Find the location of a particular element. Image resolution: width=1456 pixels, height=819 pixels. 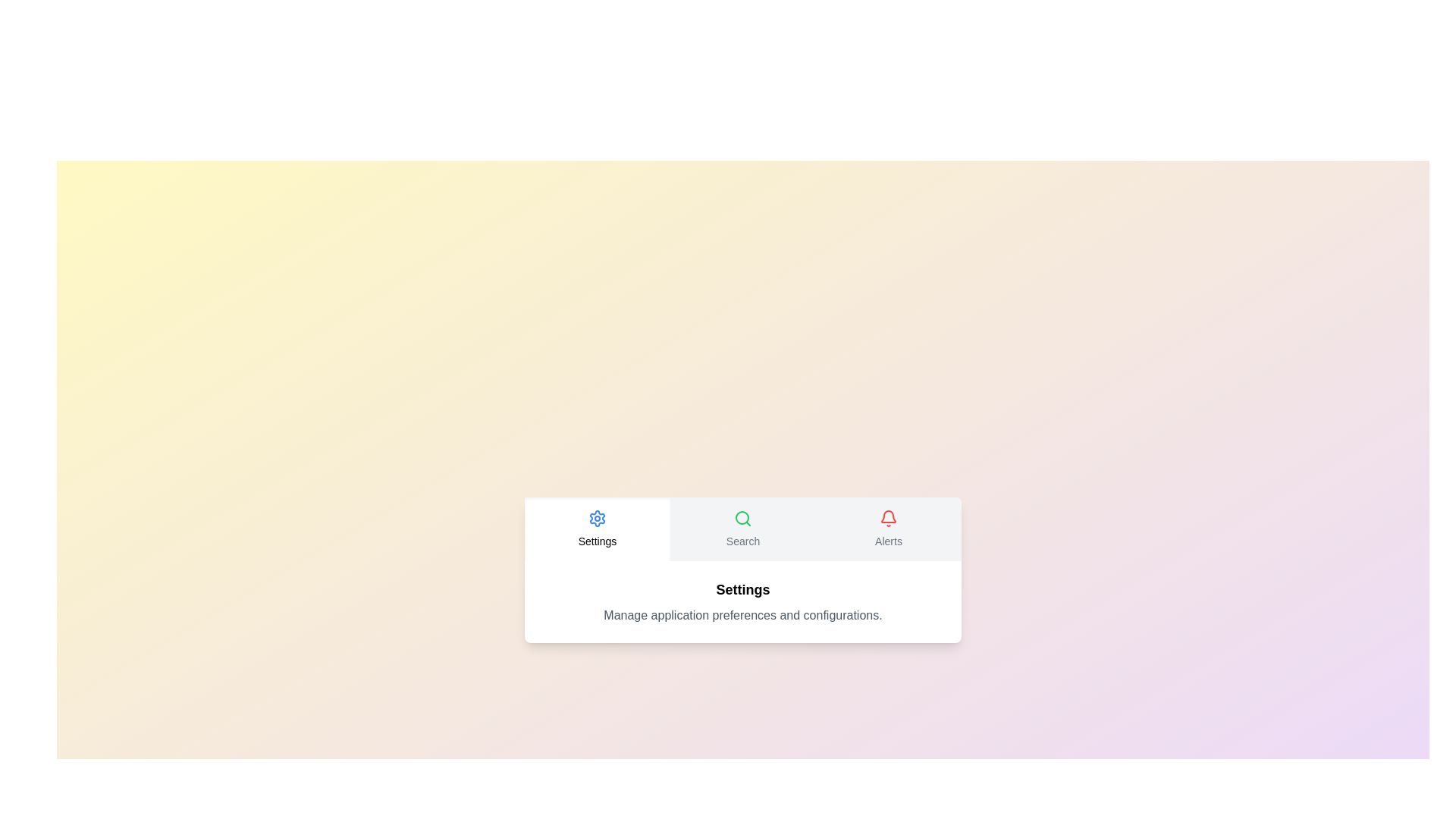

the tab labeled Search to change the active tab is located at coordinates (742, 529).